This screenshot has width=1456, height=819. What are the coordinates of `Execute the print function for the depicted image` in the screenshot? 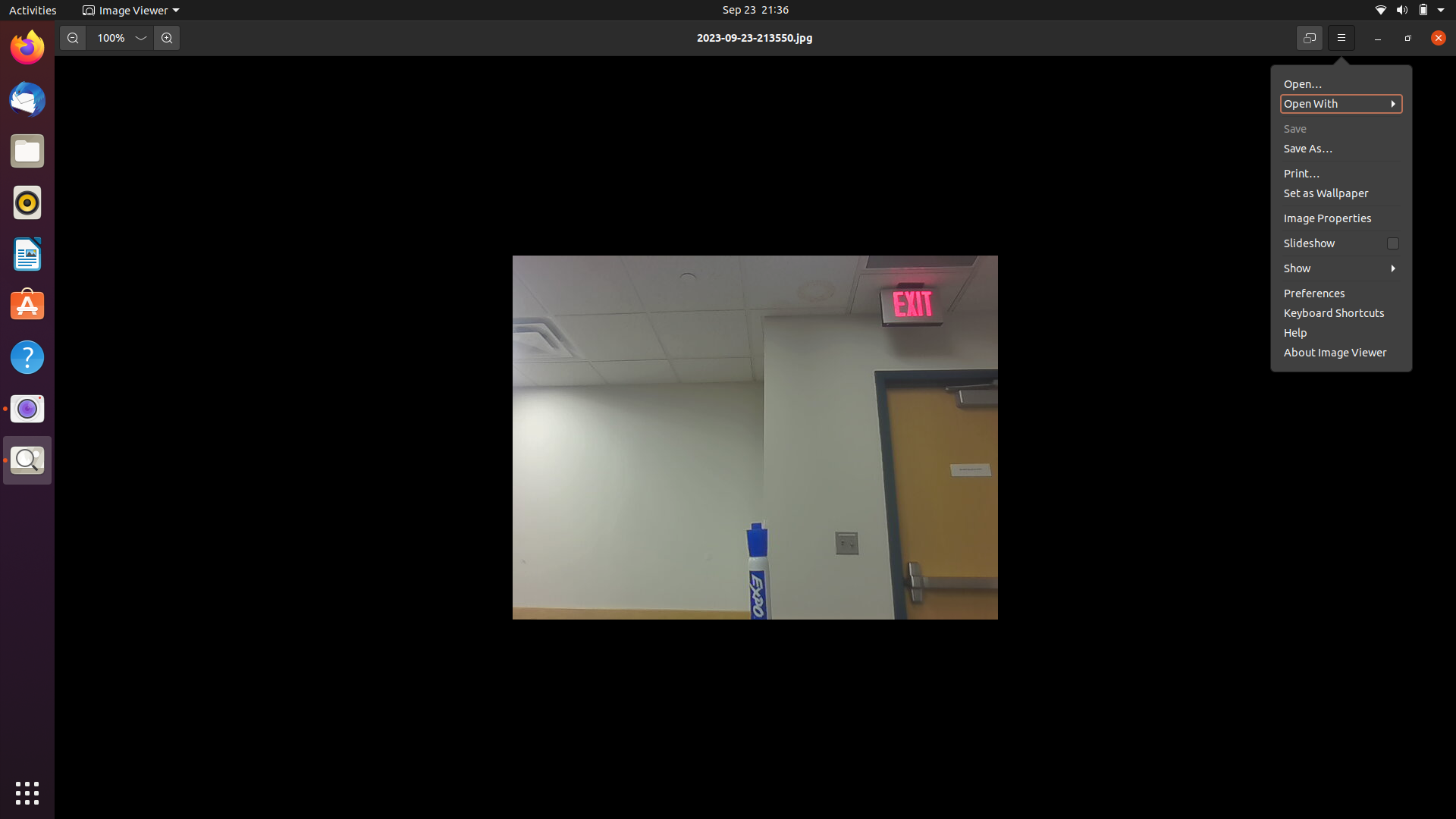 It's located at (1338, 146).